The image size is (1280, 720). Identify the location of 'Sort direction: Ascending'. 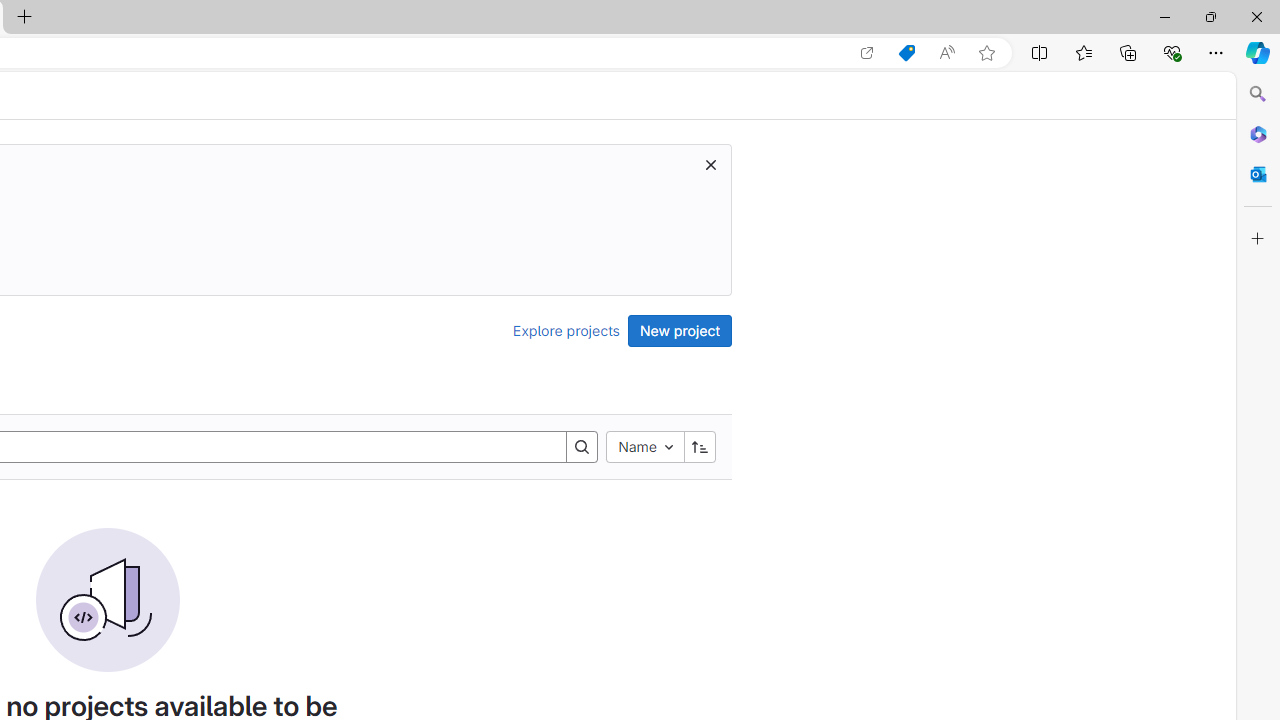
(699, 445).